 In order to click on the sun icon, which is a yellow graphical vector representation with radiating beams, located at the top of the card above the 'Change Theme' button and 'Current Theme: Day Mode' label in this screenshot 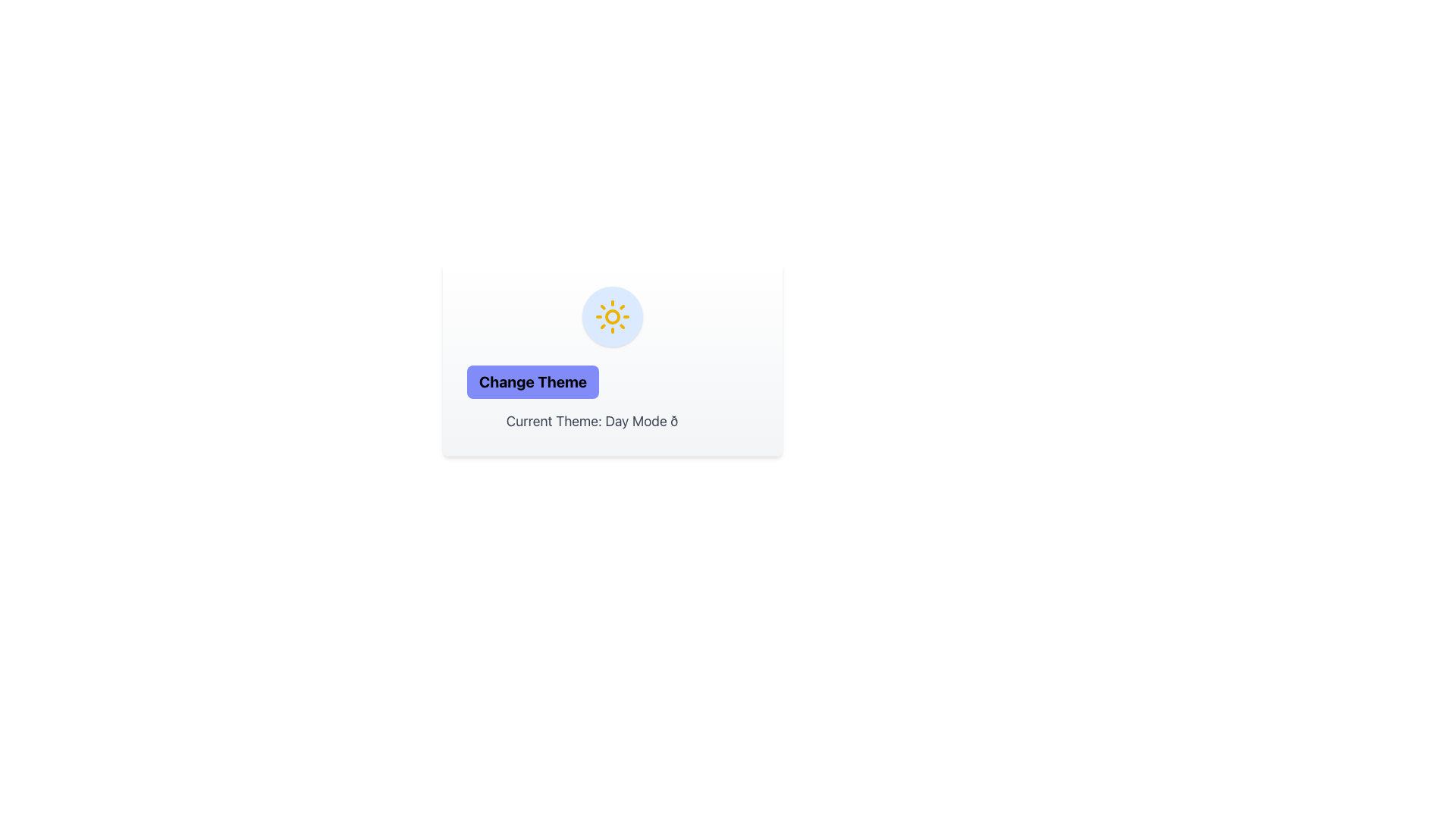, I will do `click(612, 315)`.